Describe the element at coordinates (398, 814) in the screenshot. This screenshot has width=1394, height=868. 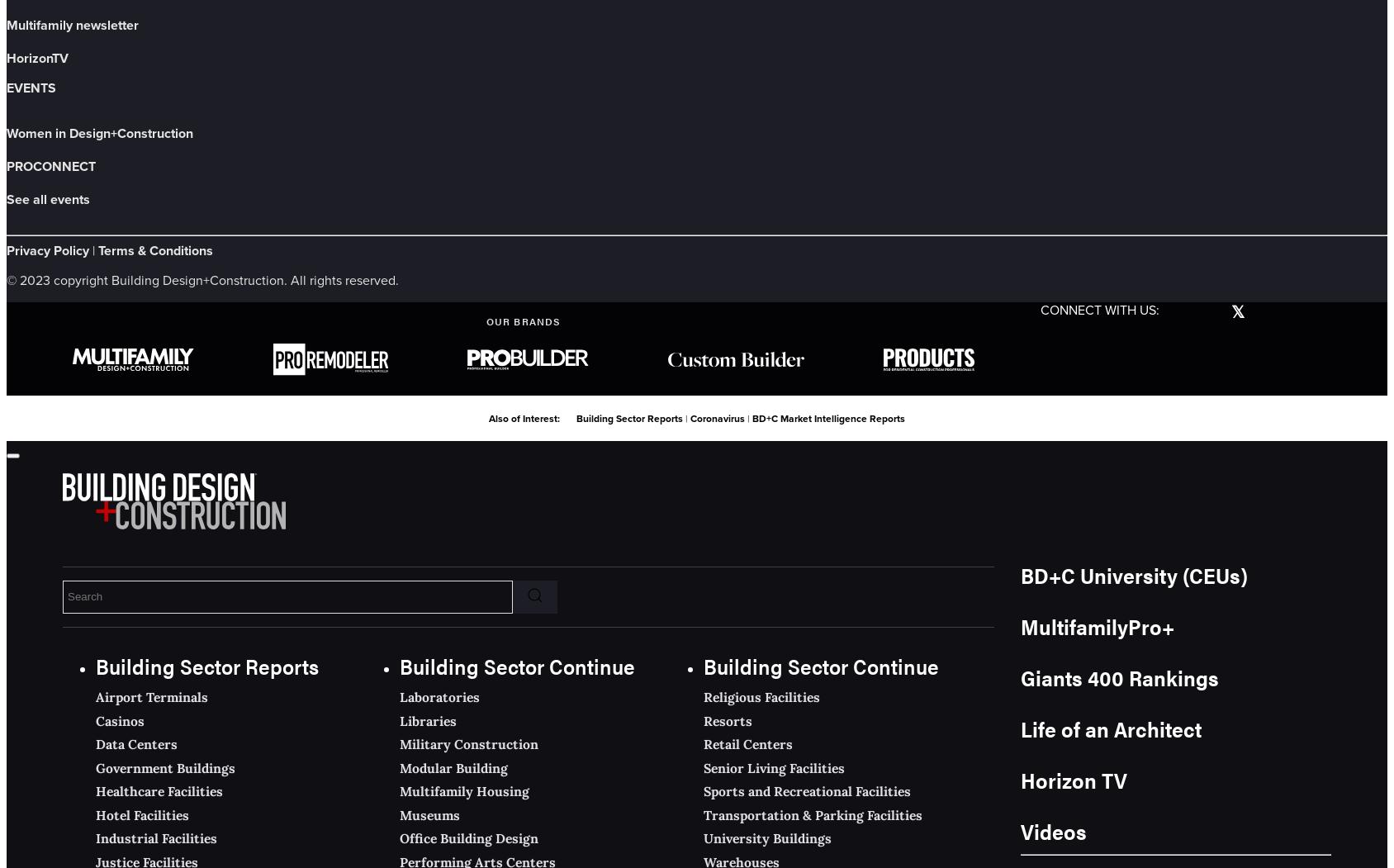
I see `'Museums'` at that location.